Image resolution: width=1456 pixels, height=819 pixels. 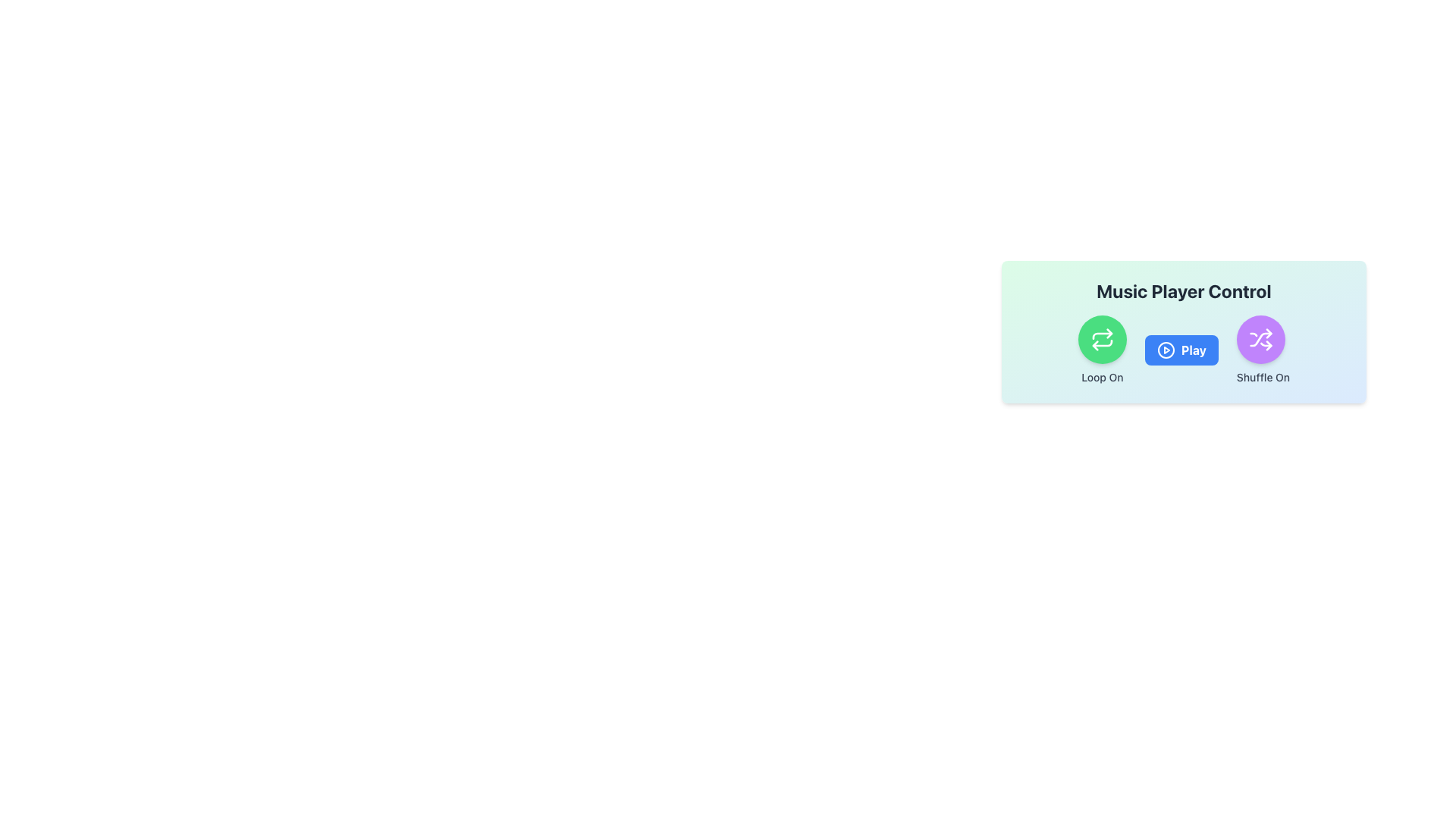 What do you see at coordinates (1102, 335) in the screenshot?
I see `the second graphical icon segment of the 'Loop On' button icon in the Music Player Control panel` at bounding box center [1102, 335].